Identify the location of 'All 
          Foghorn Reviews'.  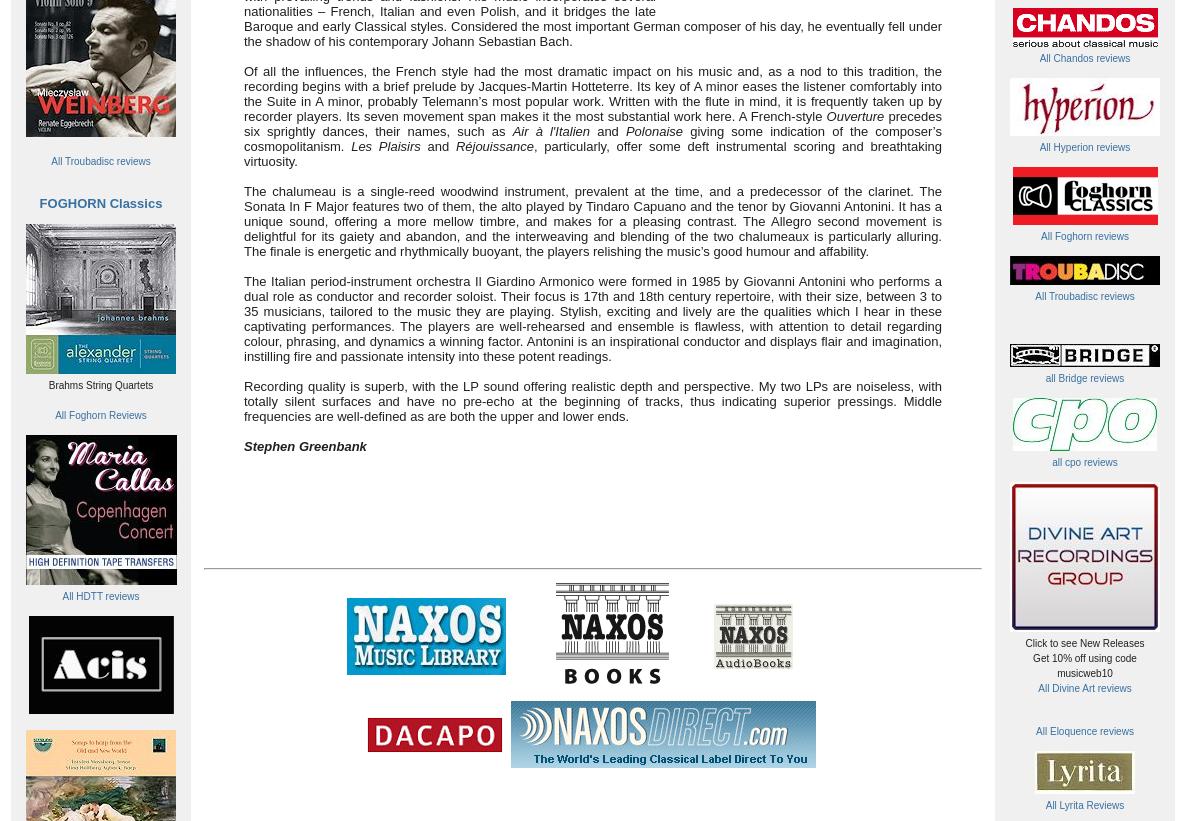
(99, 414).